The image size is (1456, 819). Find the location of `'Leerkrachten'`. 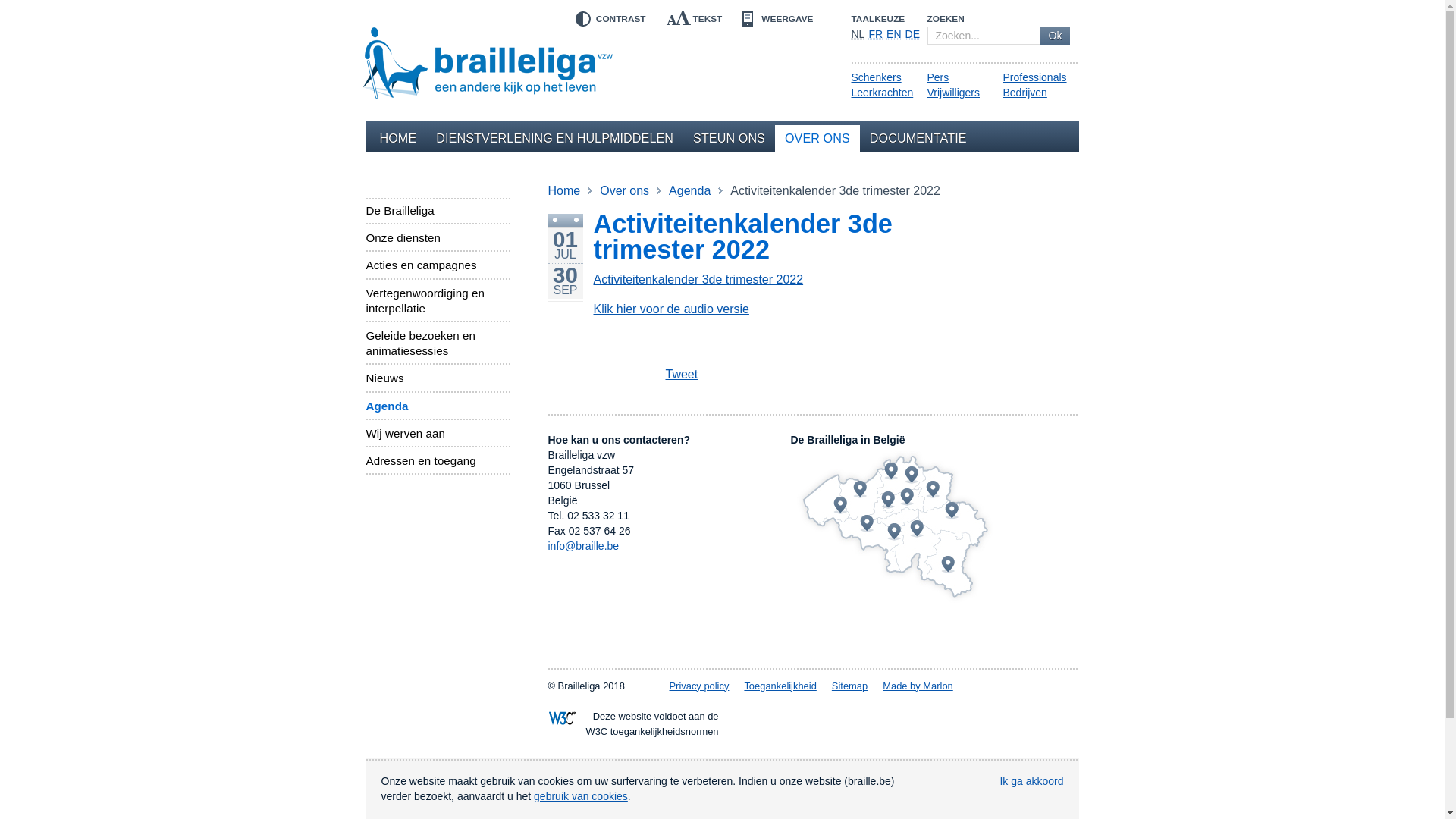

'Leerkrachten' is located at coordinates (881, 93).